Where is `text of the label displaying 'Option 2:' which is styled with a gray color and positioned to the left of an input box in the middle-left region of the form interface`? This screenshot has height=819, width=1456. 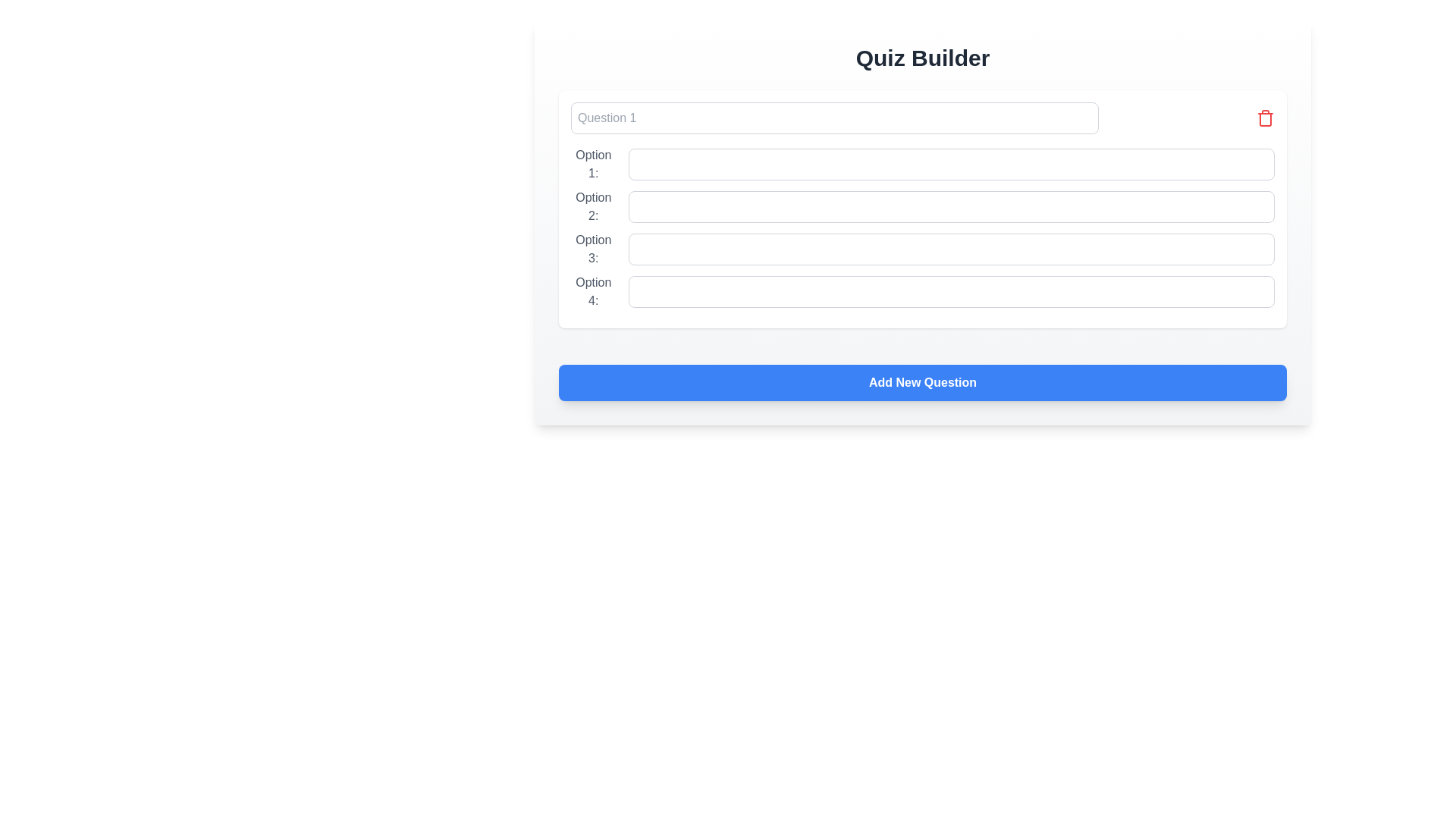
text of the label displaying 'Option 2:' which is styled with a gray color and positioned to the left of an input box in the middle-left region of the form interface is located at coordinates (592, 207).